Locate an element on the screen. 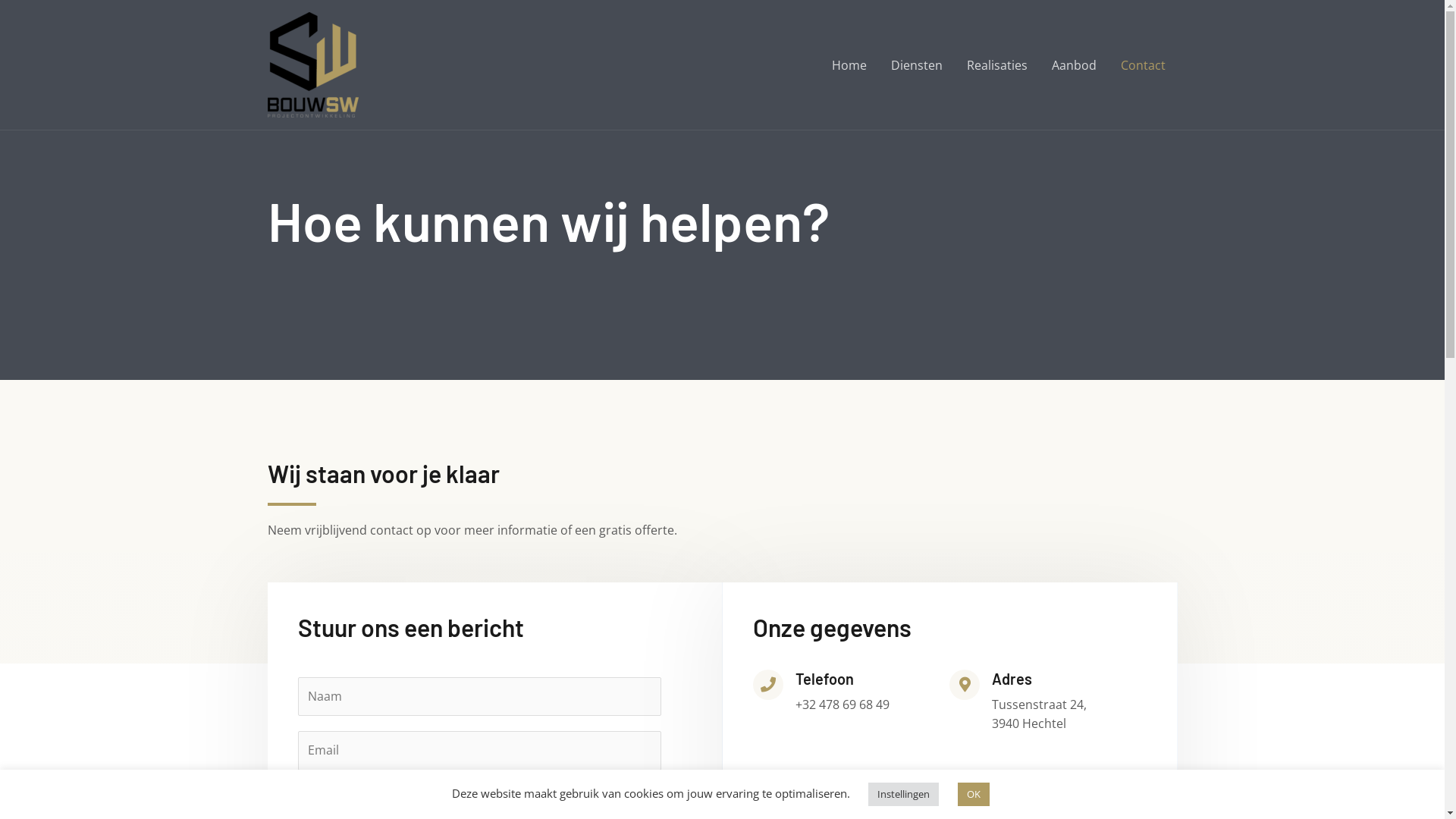  'Diensten' is located at coordinates (915, 63).